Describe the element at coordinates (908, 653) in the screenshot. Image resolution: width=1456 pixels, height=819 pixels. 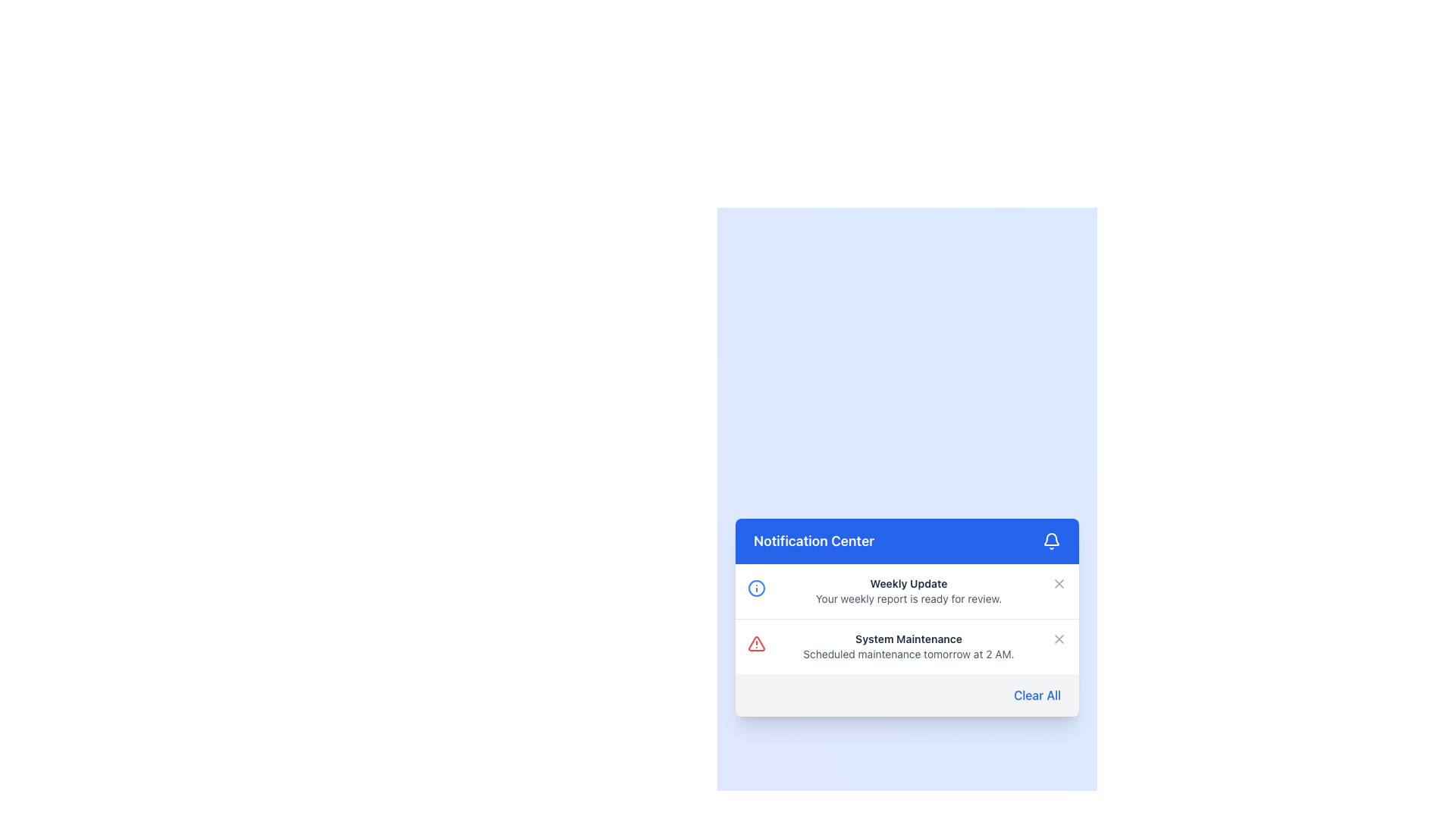
I see `the text block displaying 'Scheduled maintenance tomorrow at 2 AM.' which is located below the heading 'System Maintenance' in the Notification Center` at that location.